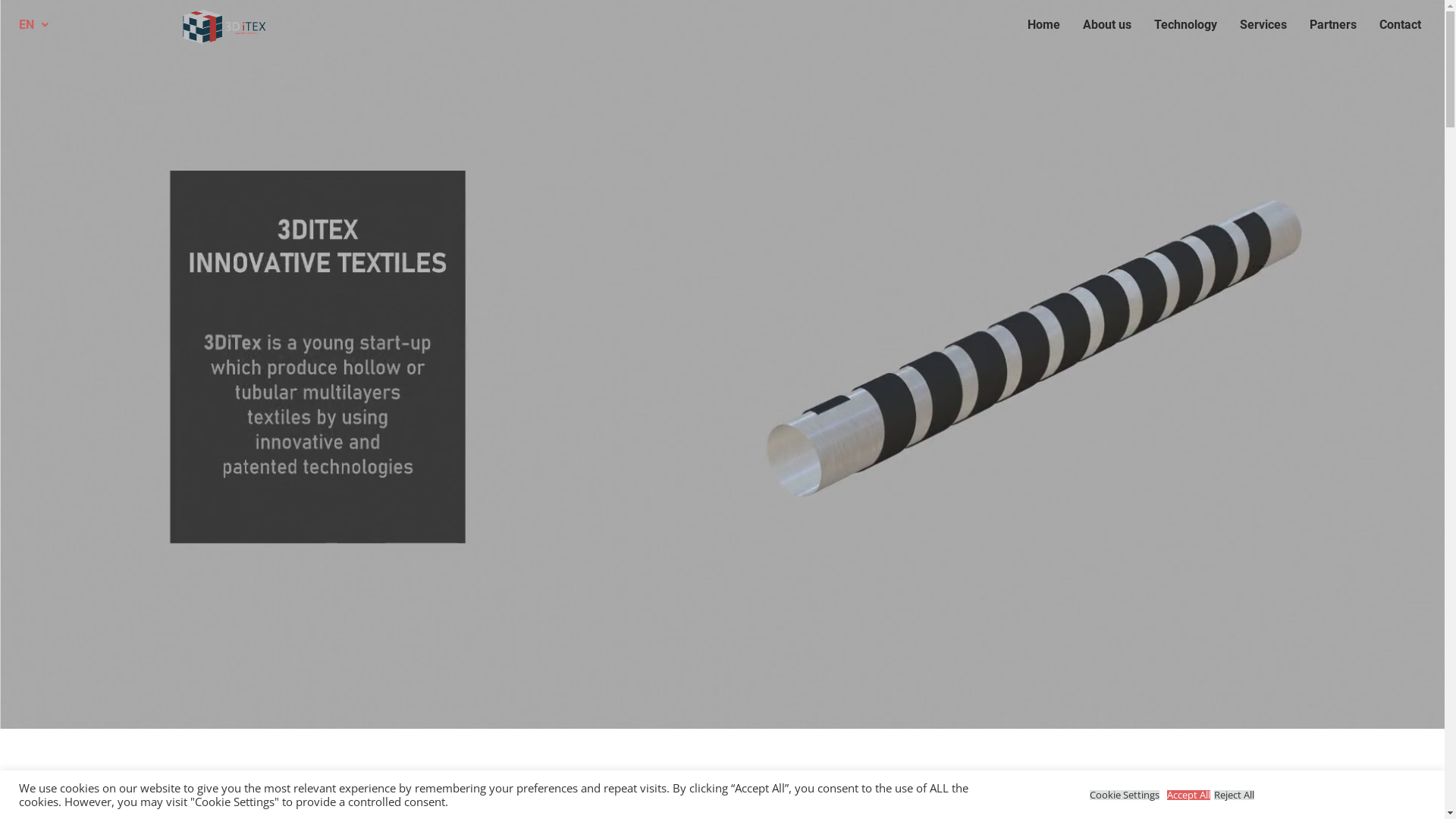 The image size is (1456, 819). What do you see at coordinates (1185, 25) in the screenshot?
I see `'Technology'` at bounding box center [1185, 25].